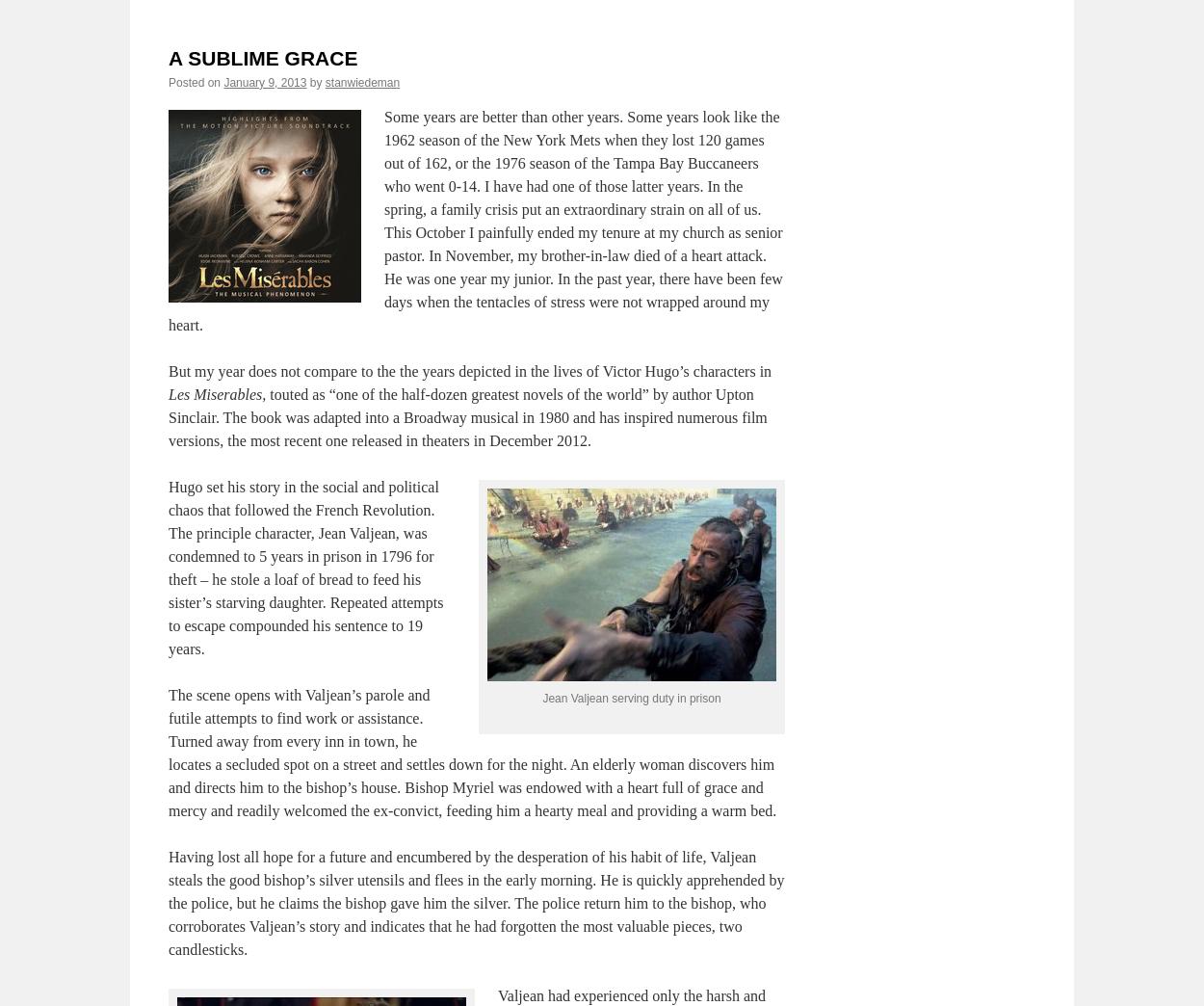 The width and height of the screenshot is (1204, 1006). What do you see at coordinates (169, 370) in the screenshot?
I see `'But my year does not compare to the the years depicted in the lives of Victor Hugo’s characters in'` at bounding box center [169, 370].